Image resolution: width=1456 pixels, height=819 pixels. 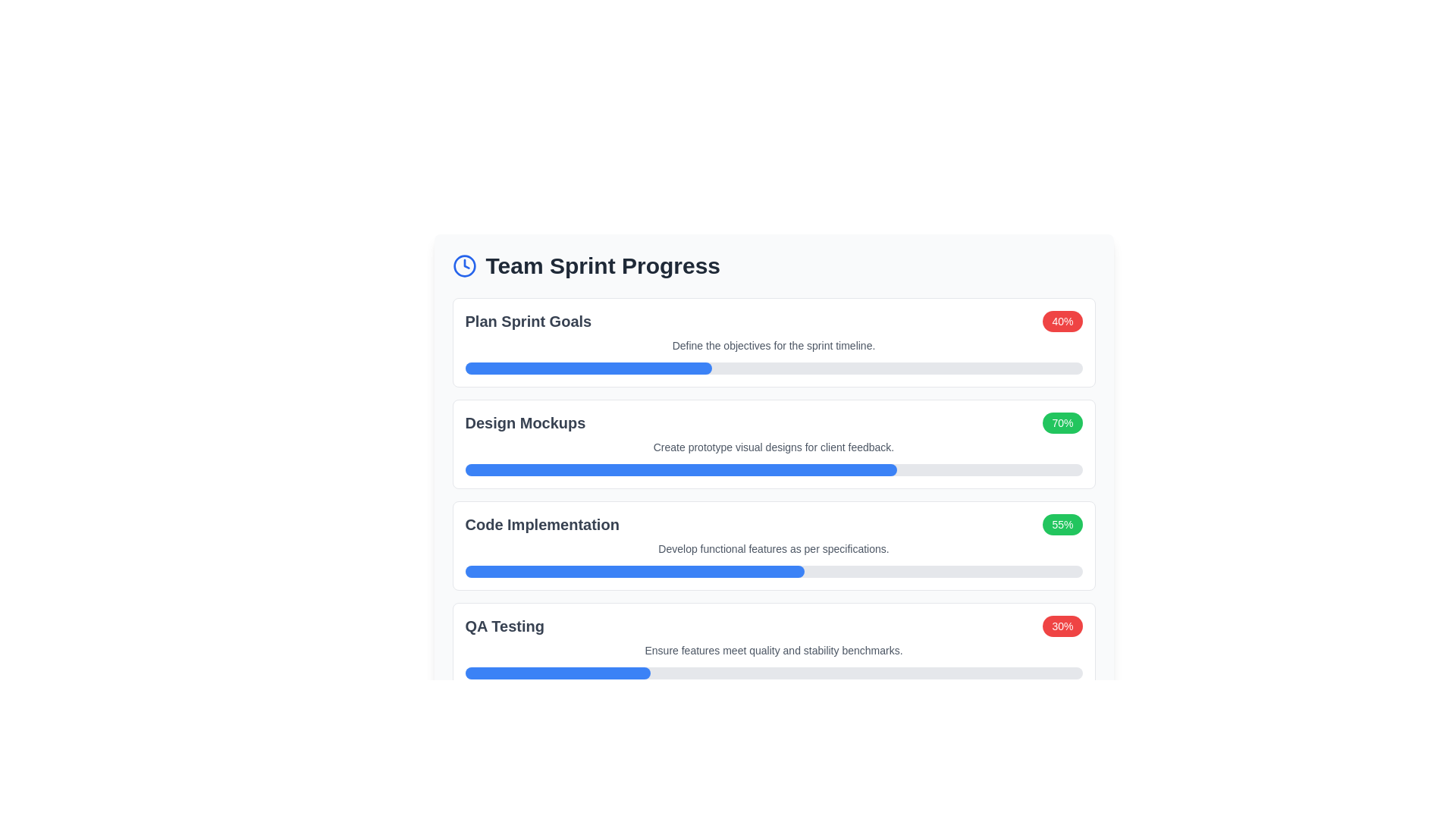 I want to click on the 'Design Mockups' text label, which serves as the title for a specific task in the progress report, so click(x=525, y=423).